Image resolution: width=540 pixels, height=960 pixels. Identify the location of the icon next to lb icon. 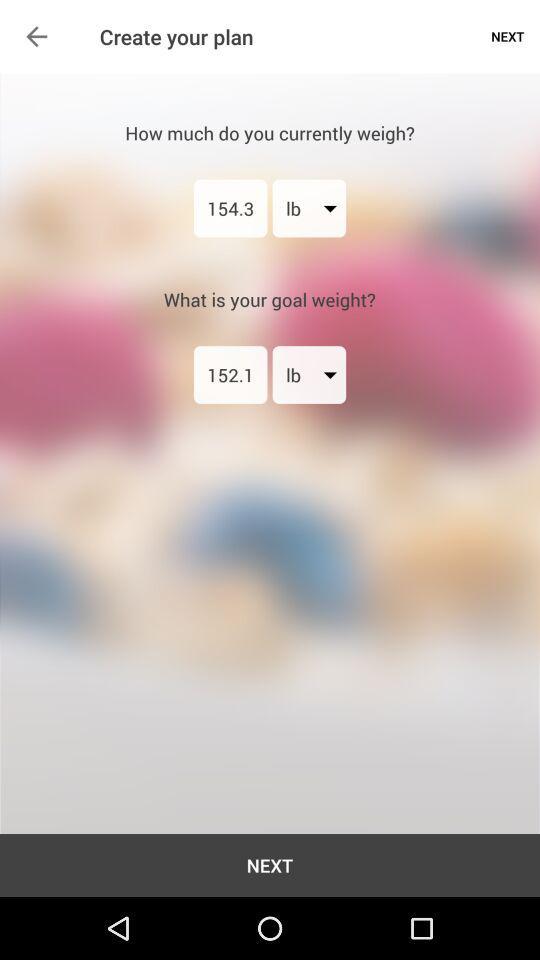
(229, 373).